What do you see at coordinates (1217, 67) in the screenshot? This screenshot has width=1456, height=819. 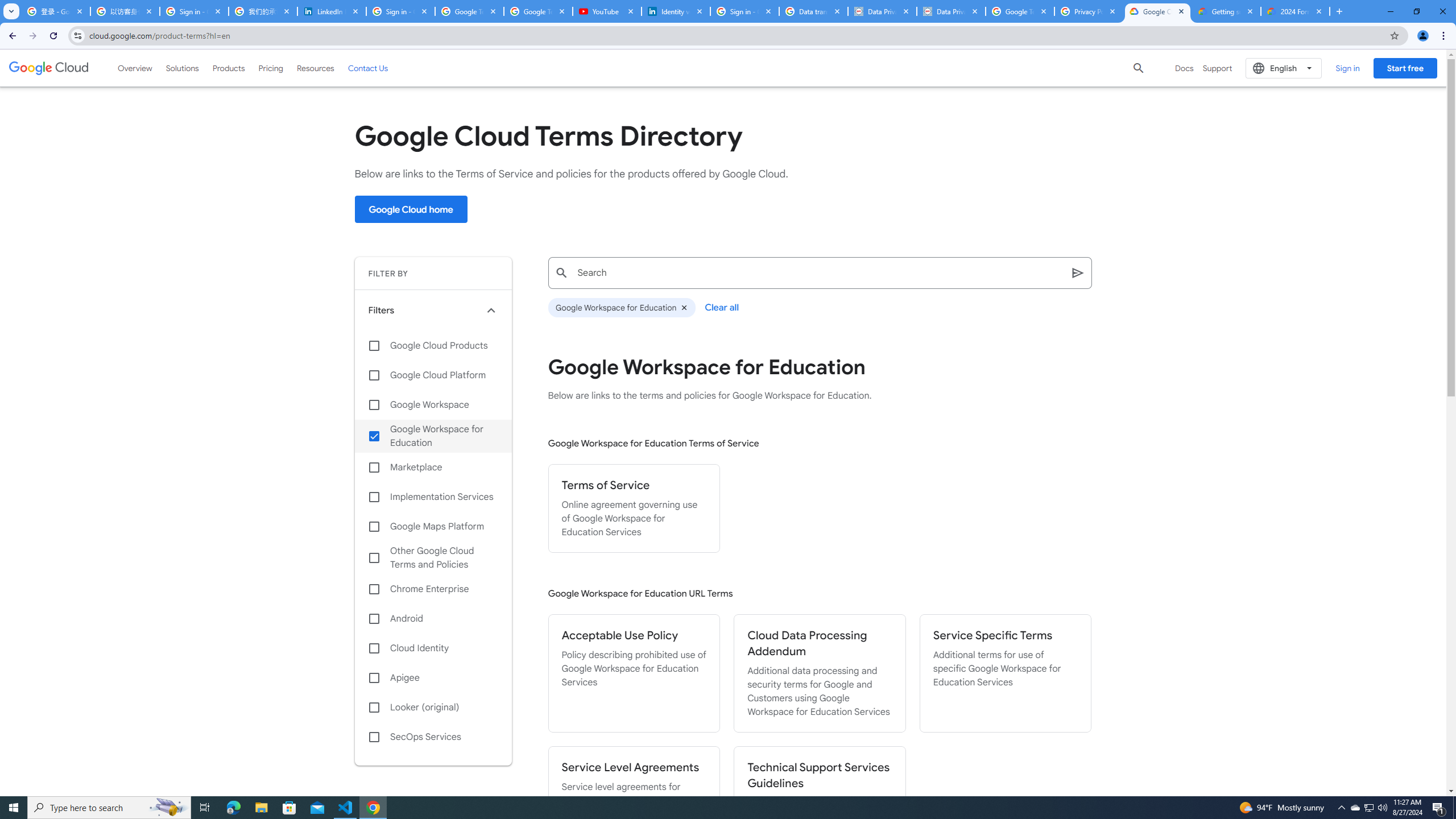 I see `'Support'` at bounding box center [1217, 67].